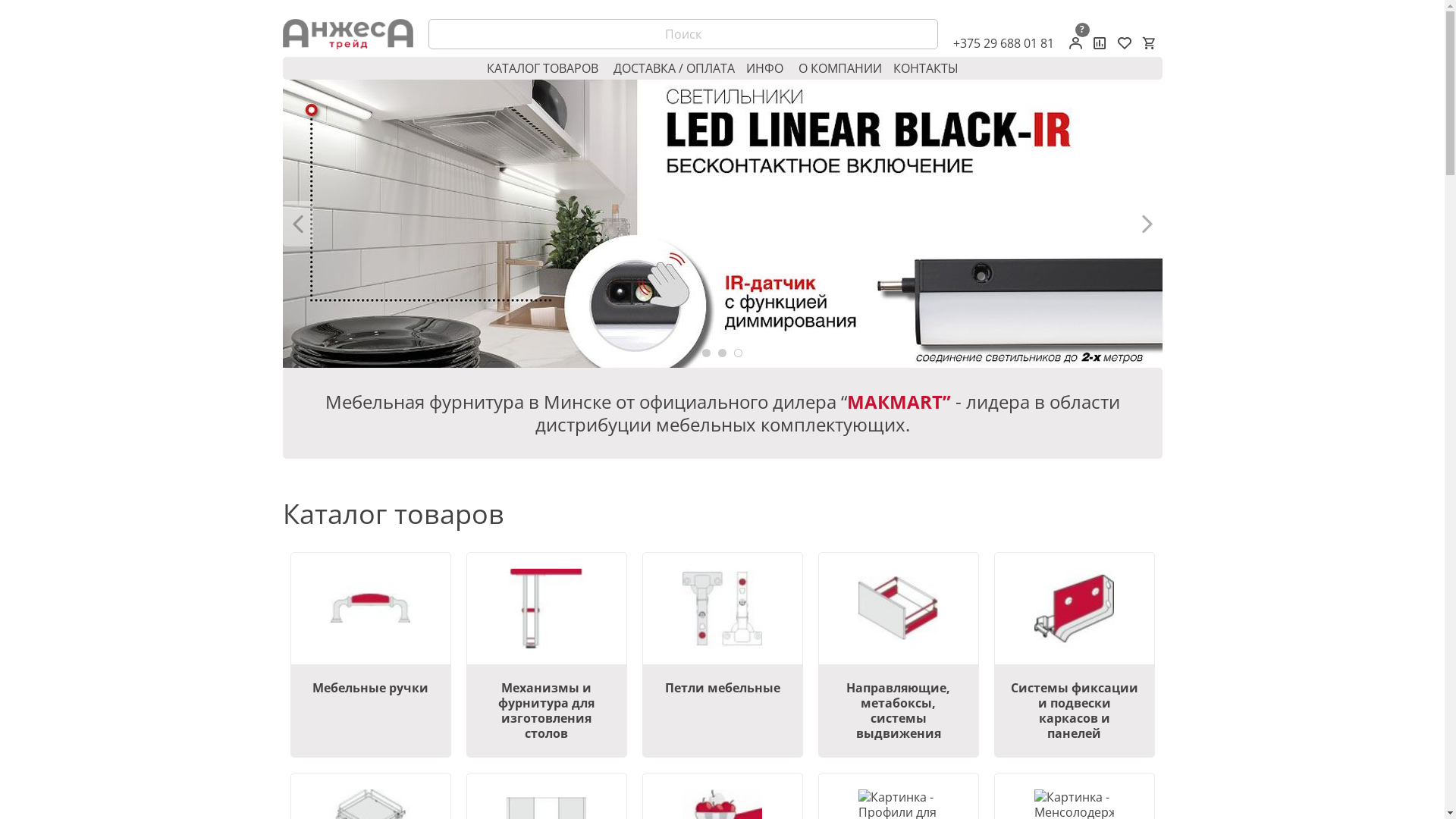 This screenshot has height=819, width=1456. What do you see at coordinates (1003, 42) in the screenshot?
I see `'+375 29 688 01 81'` at bounding box center [1003, 42].